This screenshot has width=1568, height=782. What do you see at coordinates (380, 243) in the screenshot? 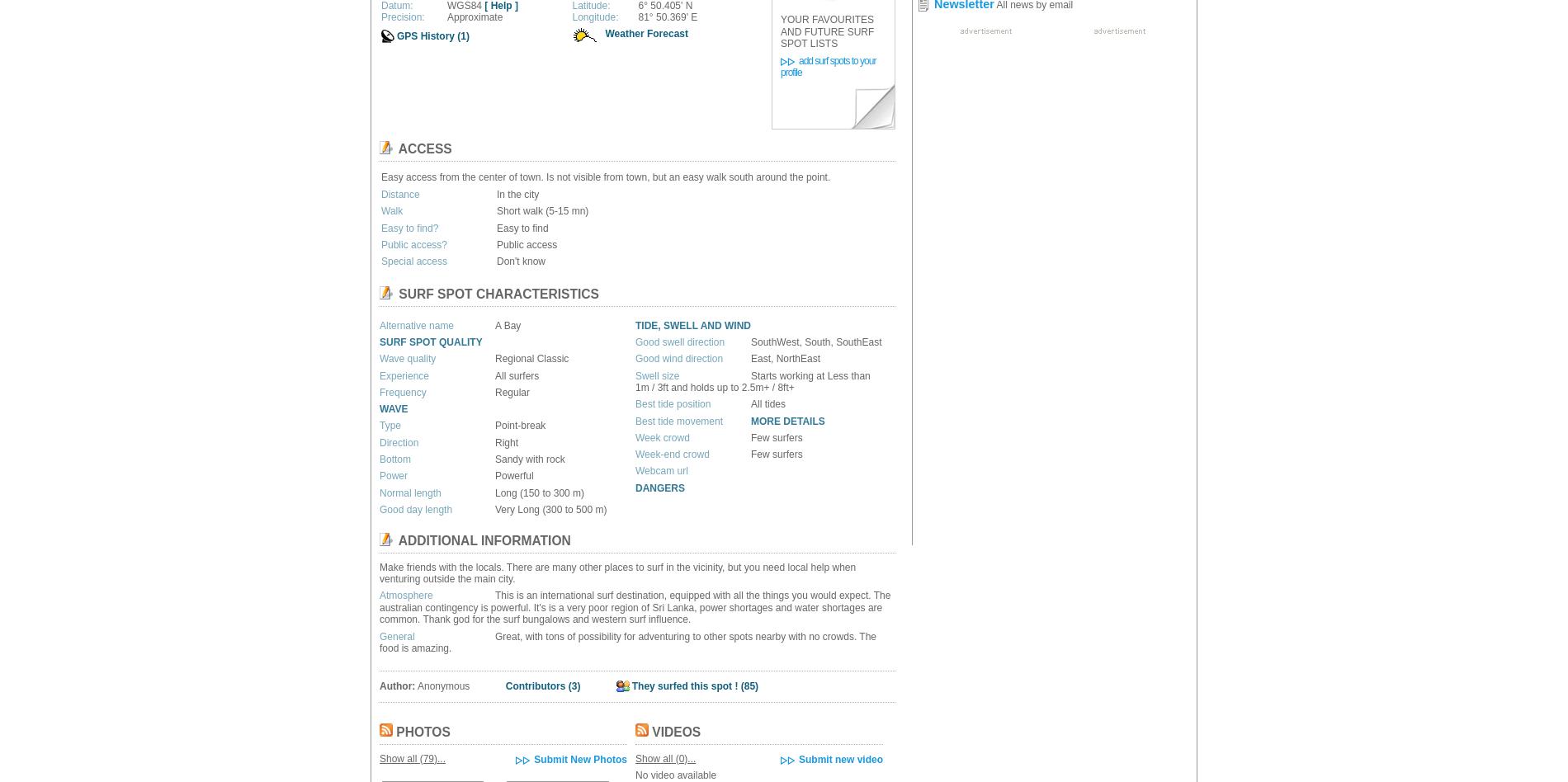
I see `'Public access?'` at bounding box center [380, 243].